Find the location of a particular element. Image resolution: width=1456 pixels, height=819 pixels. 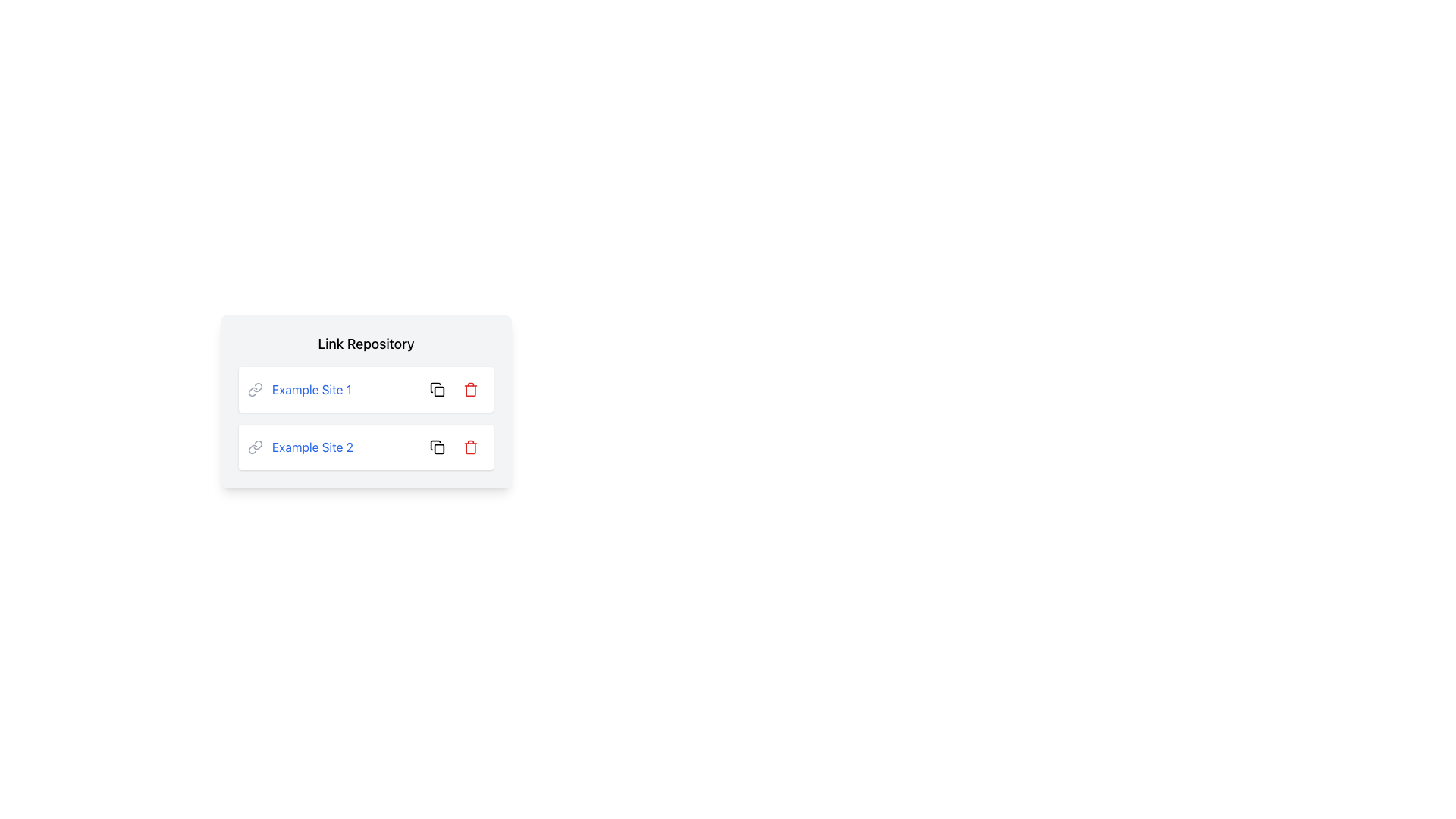

the first hyperlink labeled 'Example Site 1' located within the white card titled 'Link Repository' is located at coordinates (300, 388).